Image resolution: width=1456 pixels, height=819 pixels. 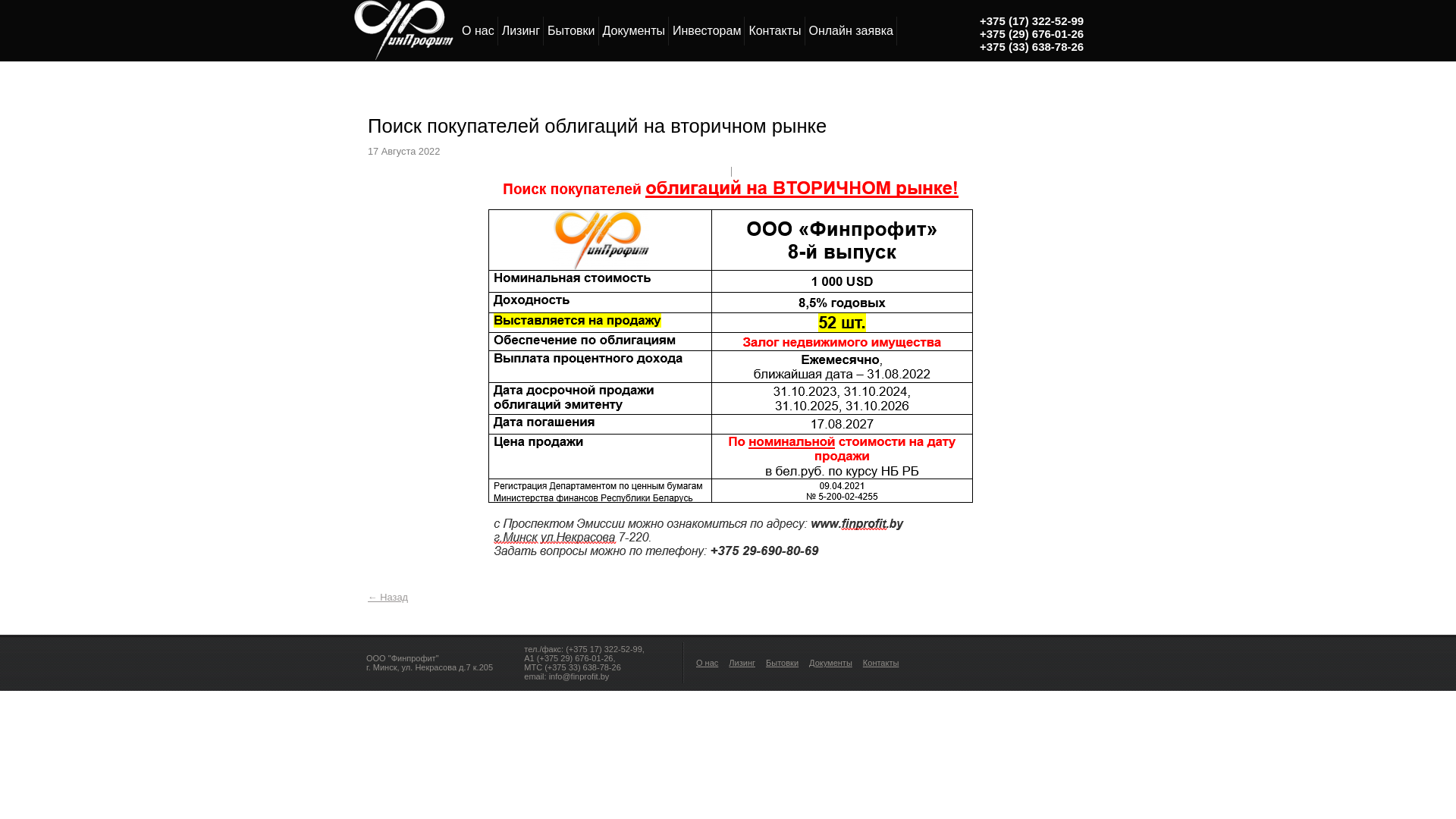 I want to click on '+375 (29) 676-01-26', so click(x=1031, y=33).